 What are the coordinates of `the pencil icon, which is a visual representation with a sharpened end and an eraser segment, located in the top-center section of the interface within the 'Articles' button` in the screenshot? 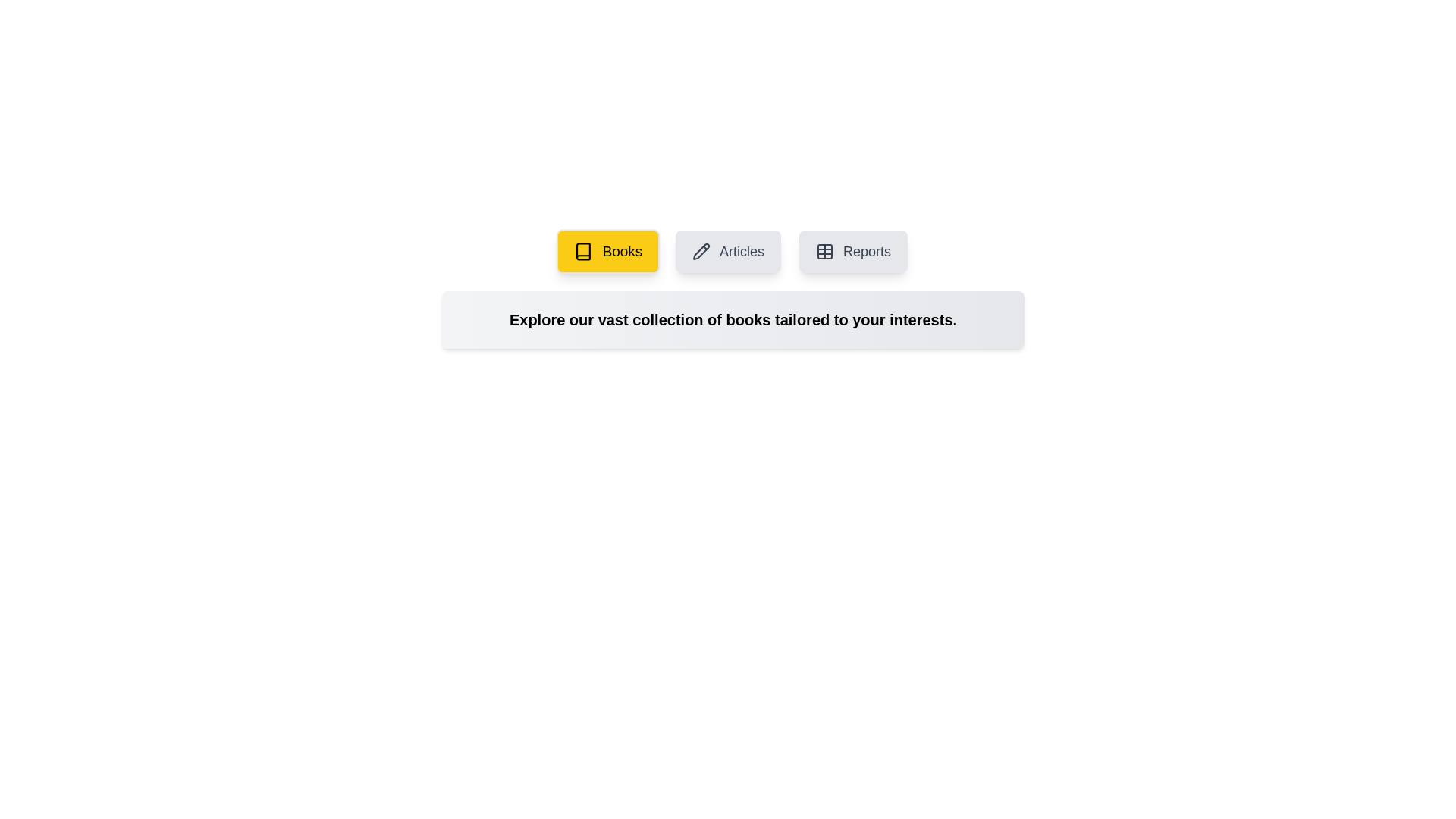 It's located at (701, 250).